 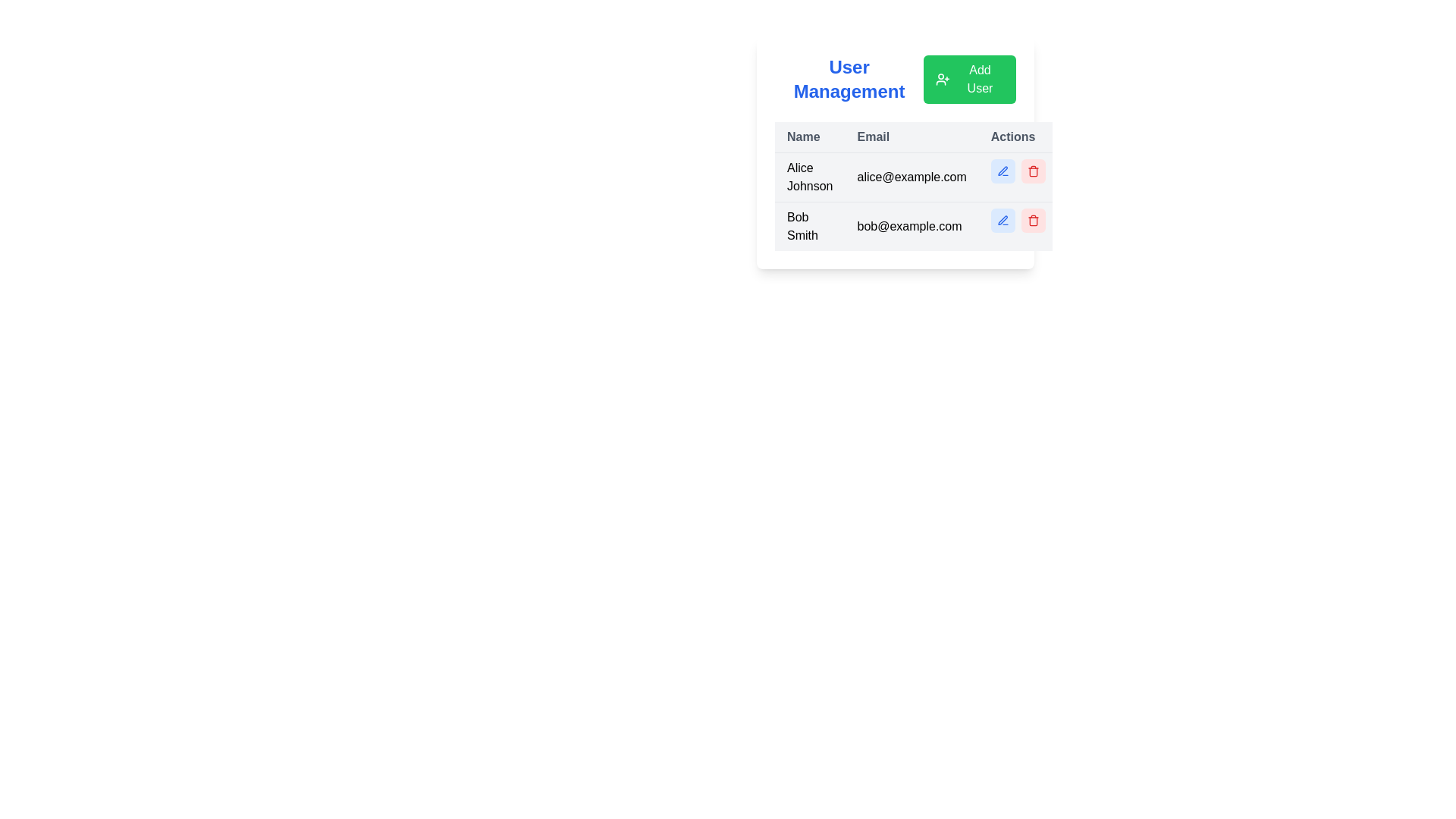 What do you see at coordinates (915, 177) in the screenshot?
I see `the name or email field in the first row of the user management table` at bounding box center [915, 177].